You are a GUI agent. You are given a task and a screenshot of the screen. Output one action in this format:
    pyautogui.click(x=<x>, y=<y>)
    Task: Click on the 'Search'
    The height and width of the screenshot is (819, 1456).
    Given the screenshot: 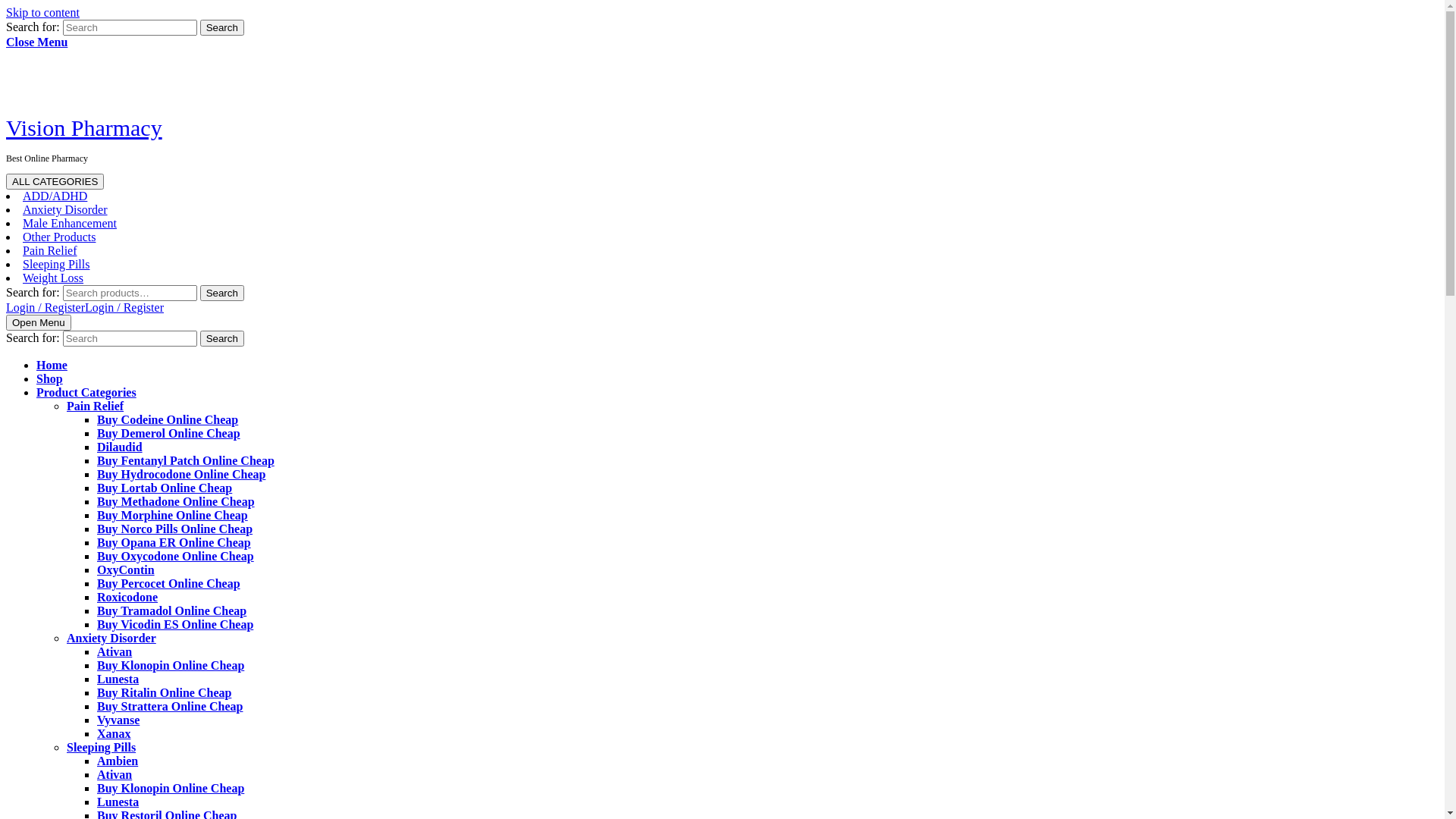 What is the action you would take?
    pyautogui.click(x=221, y=27)
    